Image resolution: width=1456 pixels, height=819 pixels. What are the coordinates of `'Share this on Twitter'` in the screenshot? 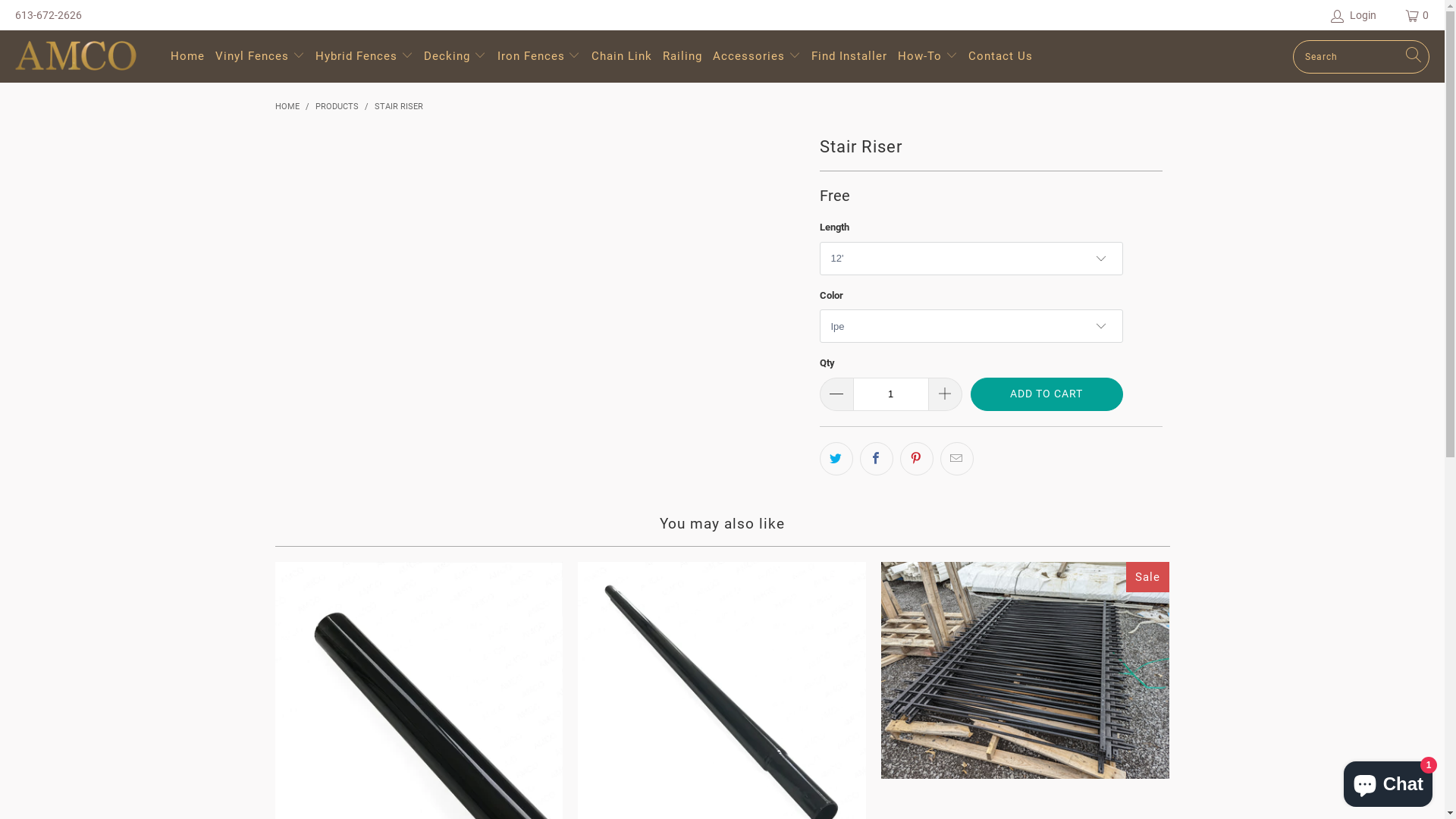 It's located at (835, 457).